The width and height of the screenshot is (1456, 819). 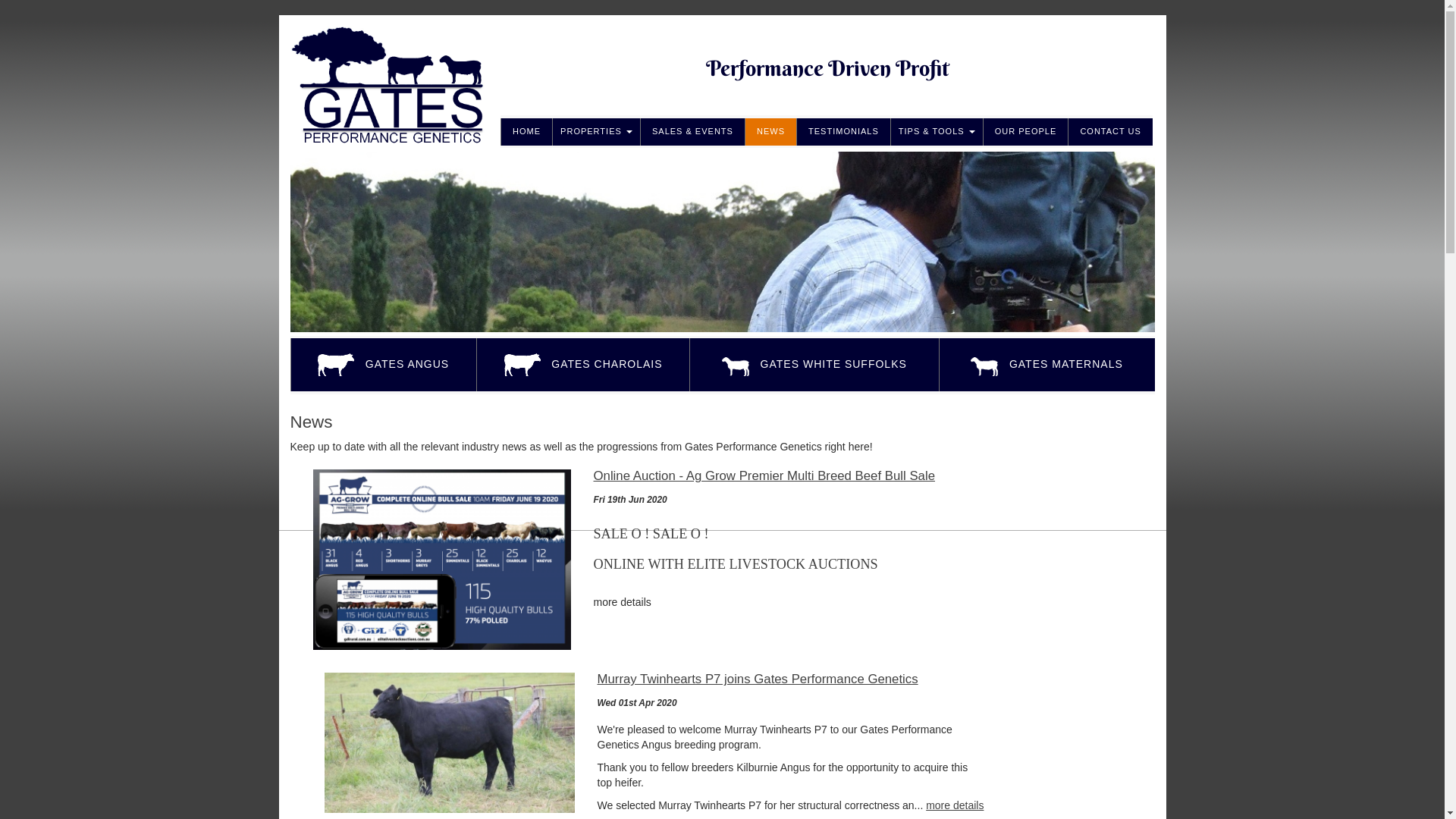 What do you see at coordinates (770, 130) in the screenshot?
I see `'NEWS'` at bounding box center [770, 130].